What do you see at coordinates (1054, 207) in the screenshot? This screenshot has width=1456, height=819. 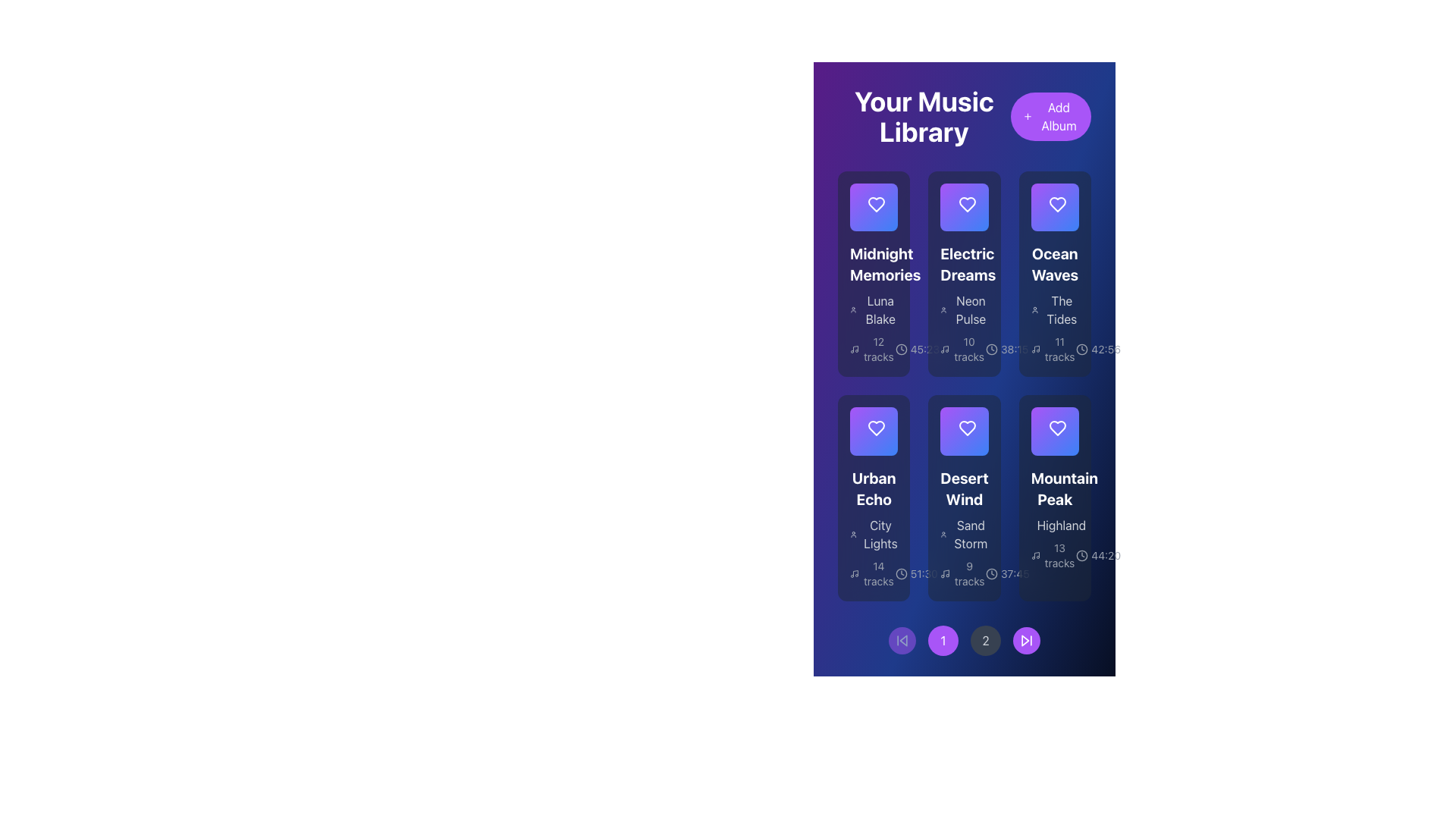 I see `the 'favorite' button within the 'Ocean Waves' card to observe its hover effects` at bounding box center [1054, 207].